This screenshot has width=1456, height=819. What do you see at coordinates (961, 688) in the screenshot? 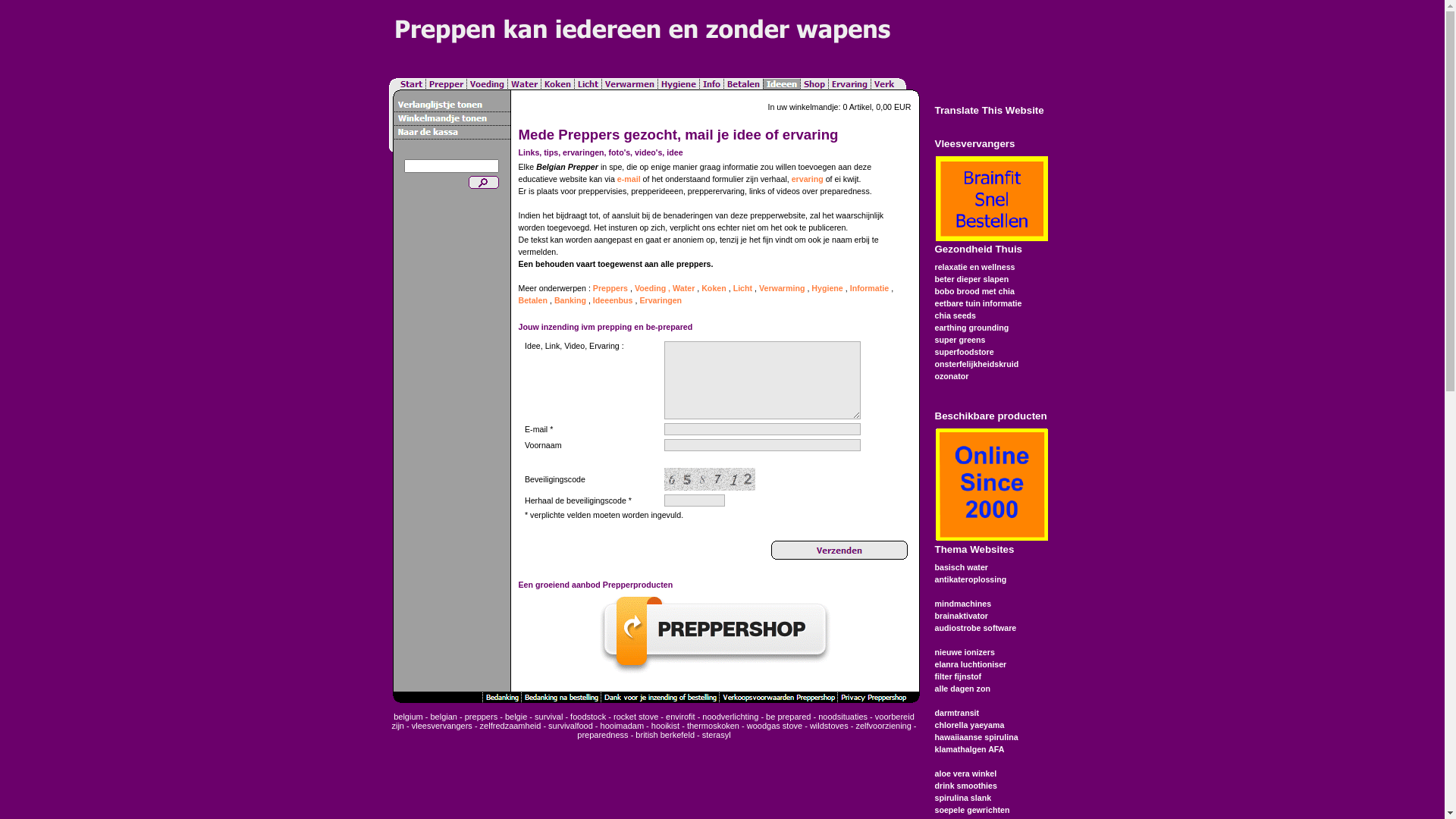
I see `'alle dagen zon'` at bounding box center [961, 688].